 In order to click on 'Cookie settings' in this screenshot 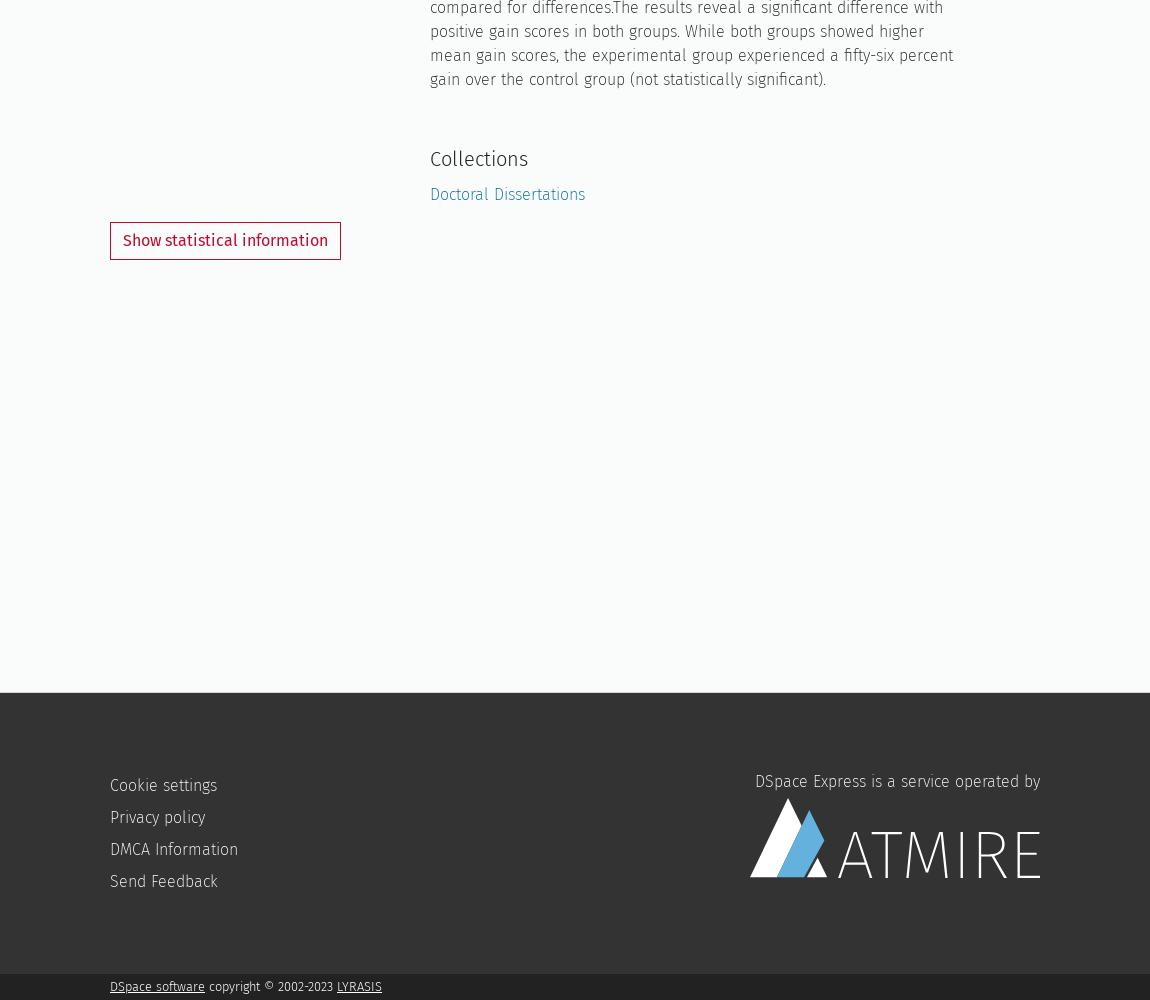, I will do `click(109, 784)`.